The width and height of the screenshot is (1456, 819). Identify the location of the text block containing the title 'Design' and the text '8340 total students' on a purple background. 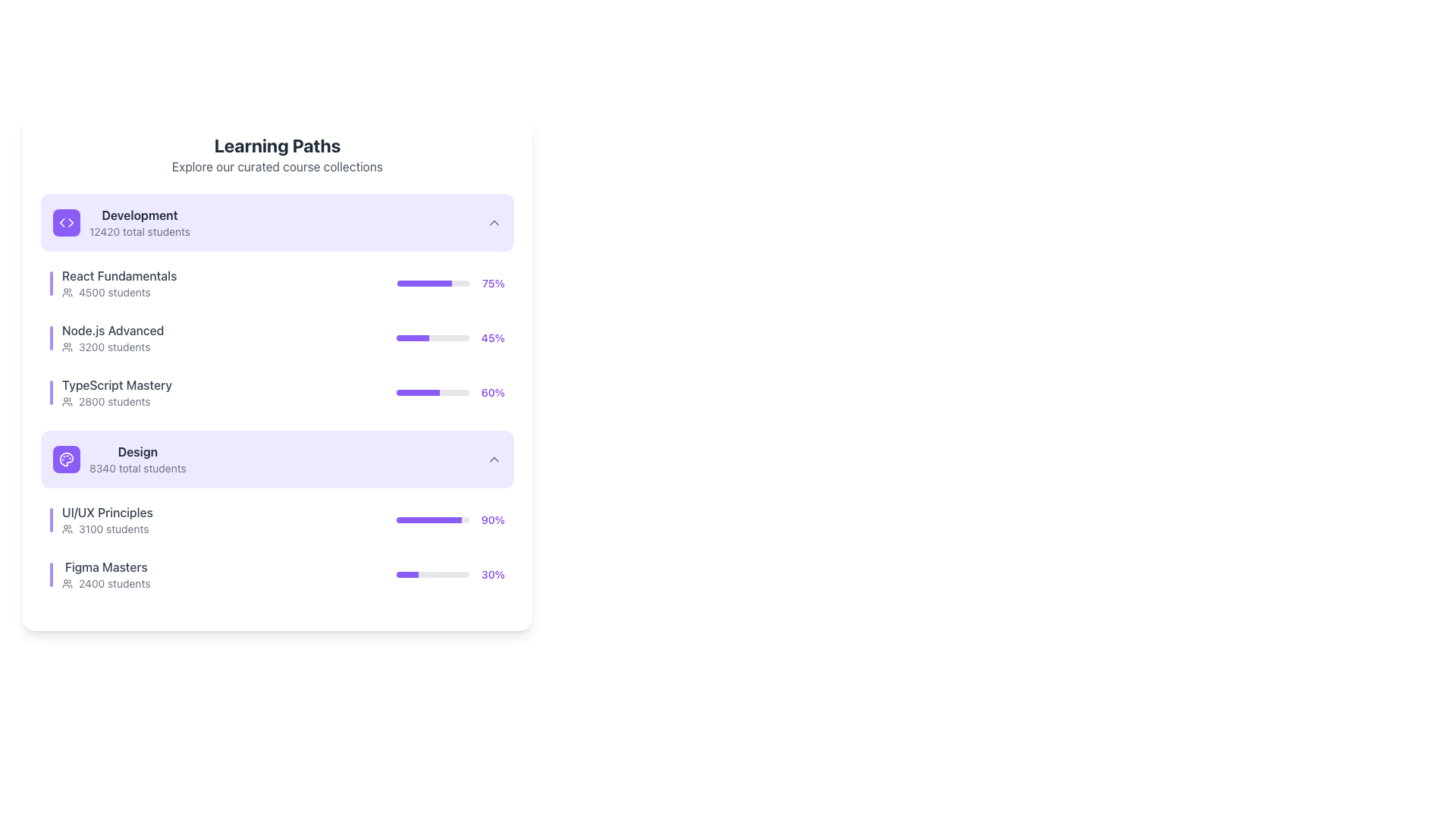
(137, 458).